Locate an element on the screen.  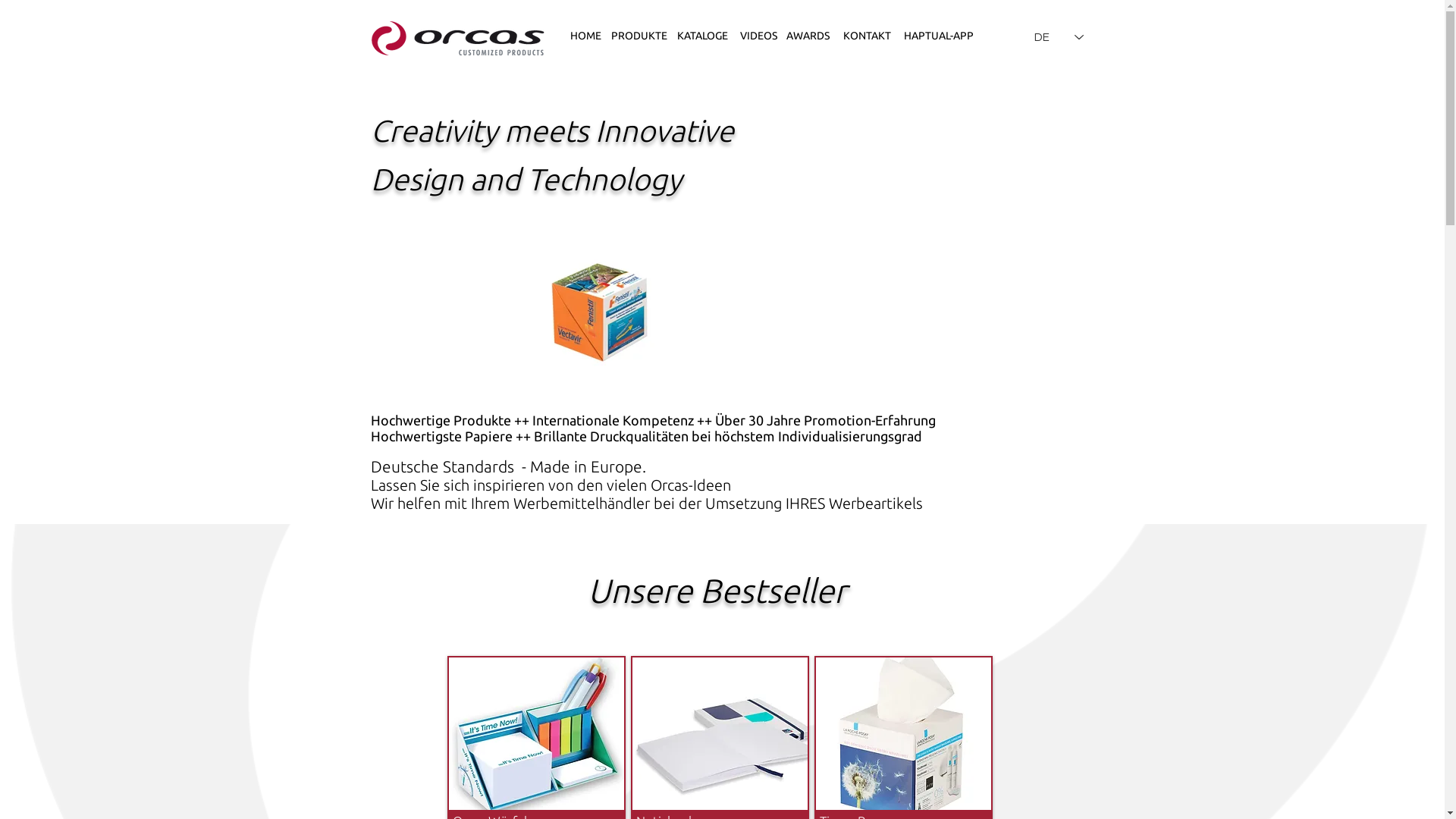
'HAPTUAL-APP' is located at coordinates (938, 35).